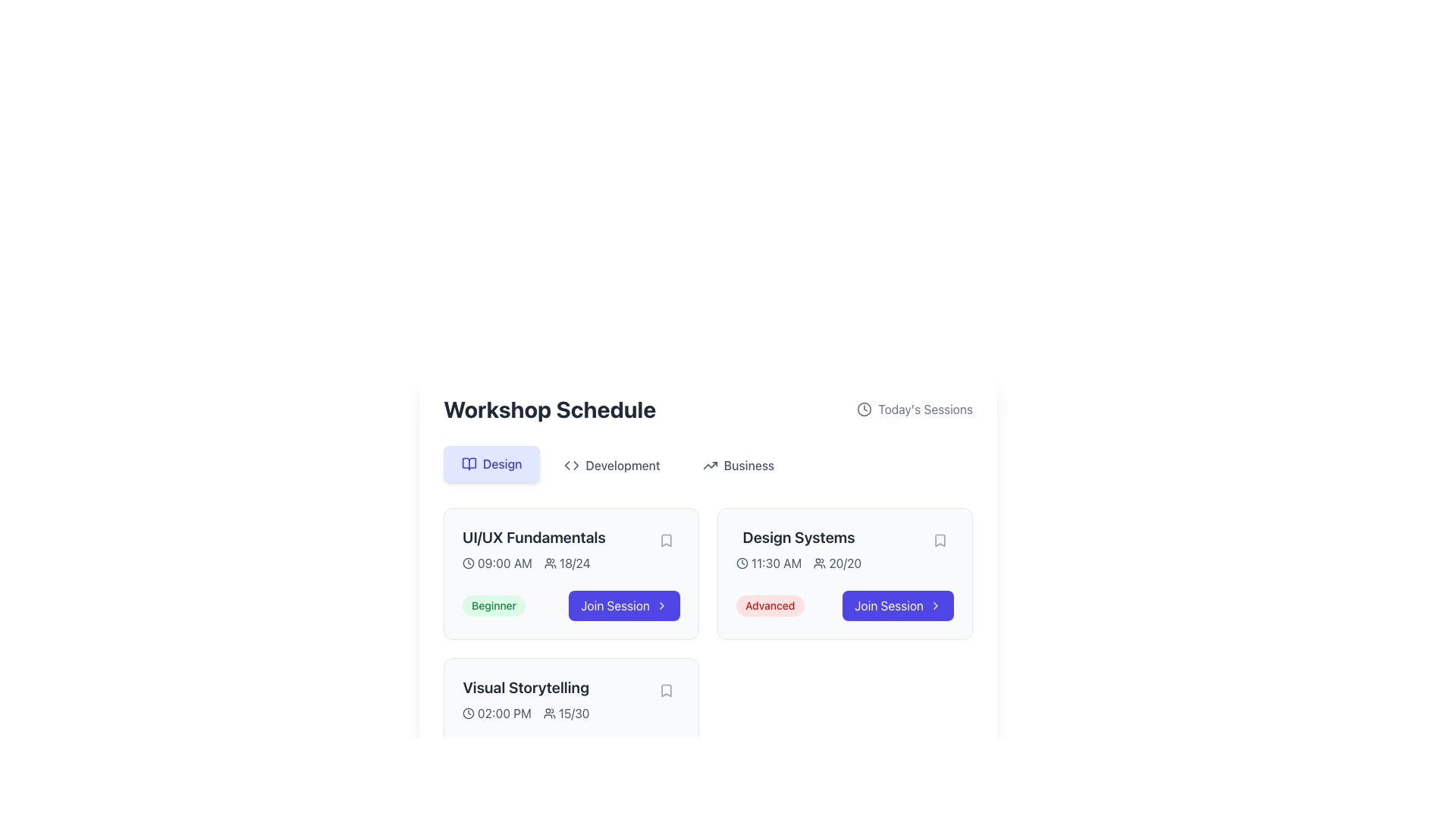 Image resolution: width=1456 pixels, height=819 pixels. I want to click on the 'Business' button, which is the third button in a row of three, styled with gray text and an upward trending arrow icon, so click(739, 464).